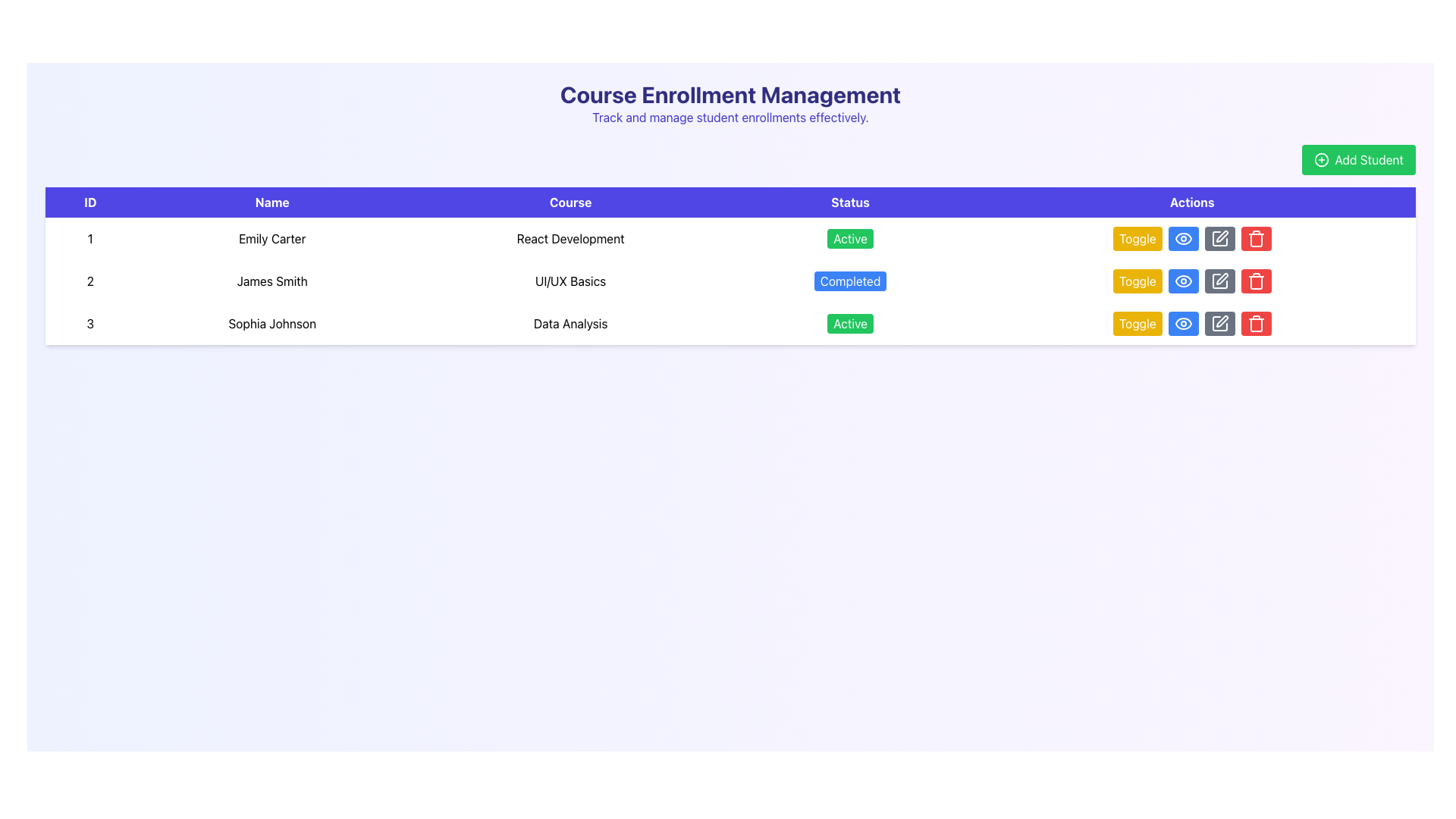 The width and height of the screenshot is (1456, 819). What do you see at coordinates (850, 323) in the screenshot?
I see `the 'Active' status indicator for 'Sophia Johnson' located in the 'Status' column of the table, specifically in the third row` at bounding box center [850, 323].